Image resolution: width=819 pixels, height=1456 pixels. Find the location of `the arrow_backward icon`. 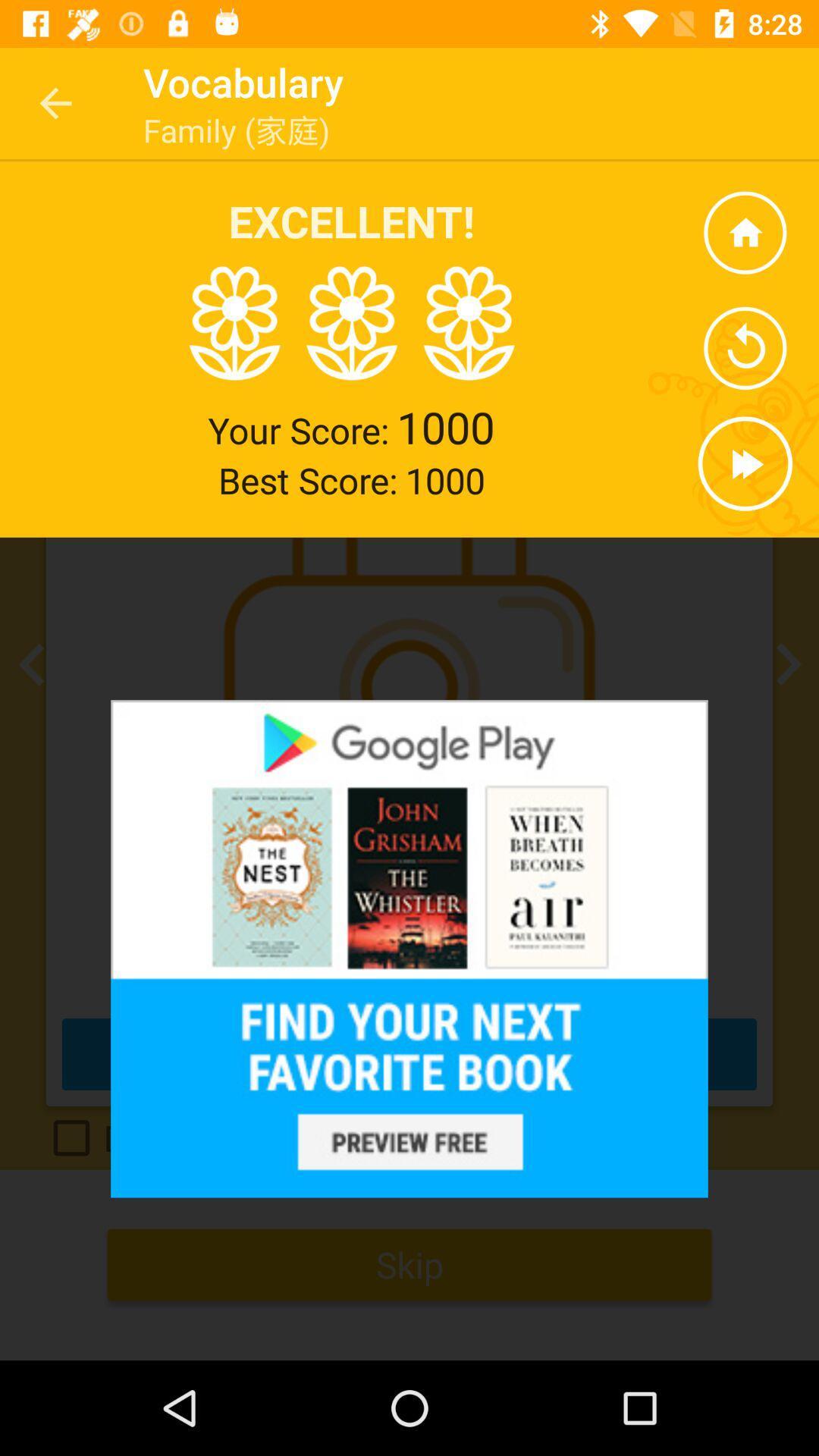

the arrow_backward icon is located at coordinates (36, 664).